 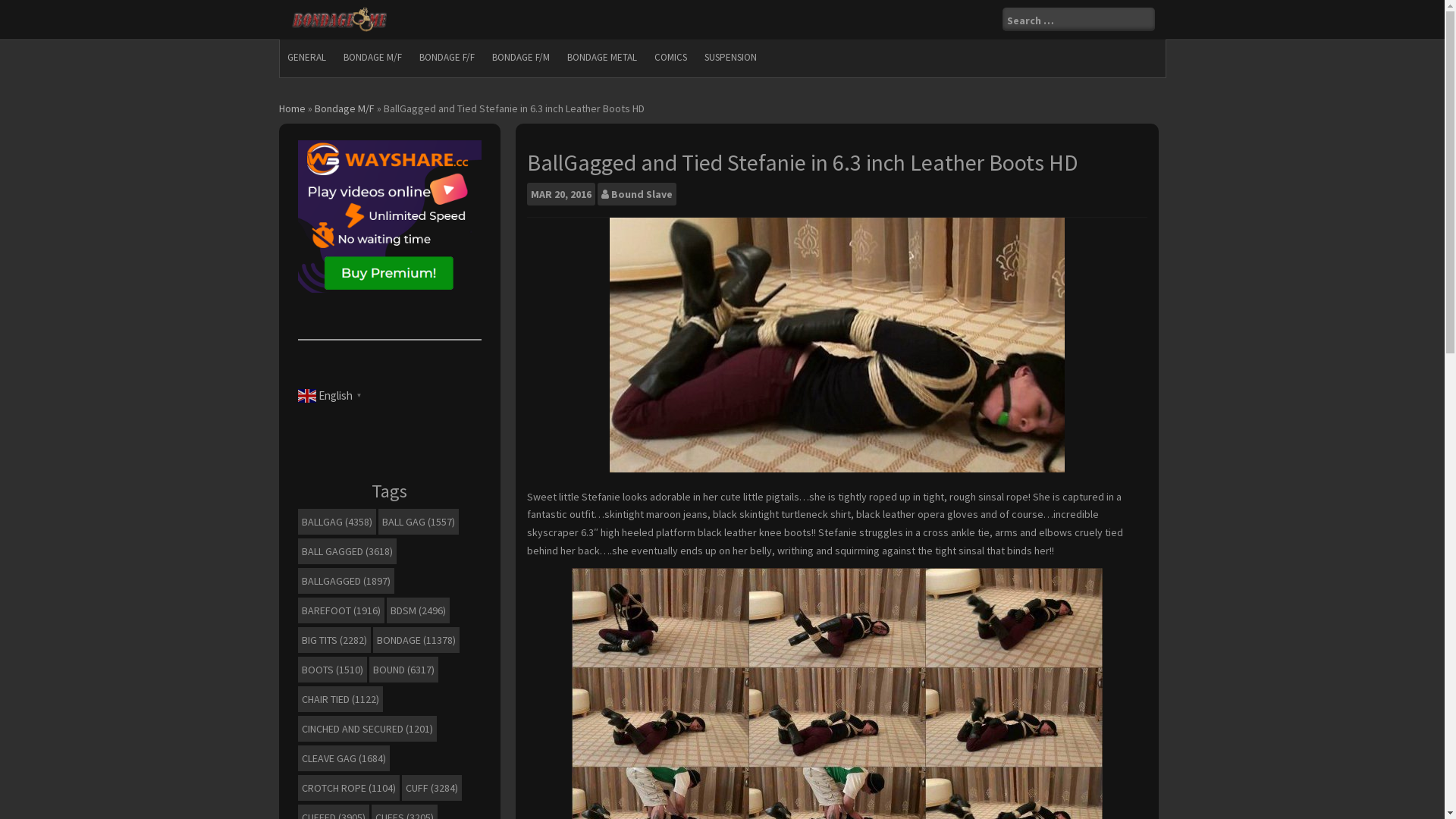 What do you see at coordinates (378, 520) in the screenshot?
I see `'BALL GAG (1557)'` at bounding box center [378, 520].